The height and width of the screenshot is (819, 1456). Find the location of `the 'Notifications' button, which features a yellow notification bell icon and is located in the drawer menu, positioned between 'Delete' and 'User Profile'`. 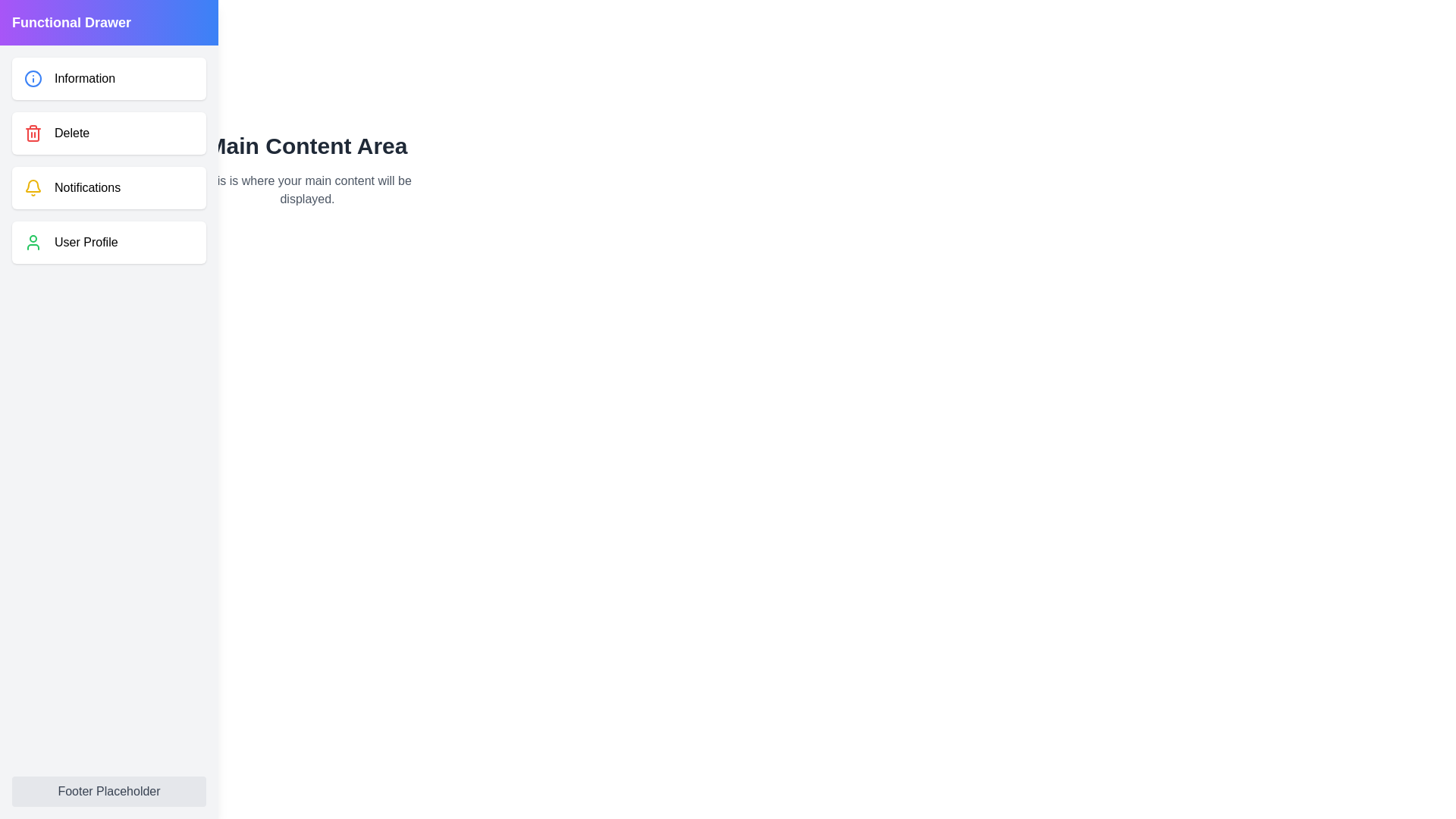

the 'Notifications' button, which features a yellow notification bell icon and is located in the drawer menu, positioned between 'Delete' and 'User Profile' is located at coordinates (108, 187).